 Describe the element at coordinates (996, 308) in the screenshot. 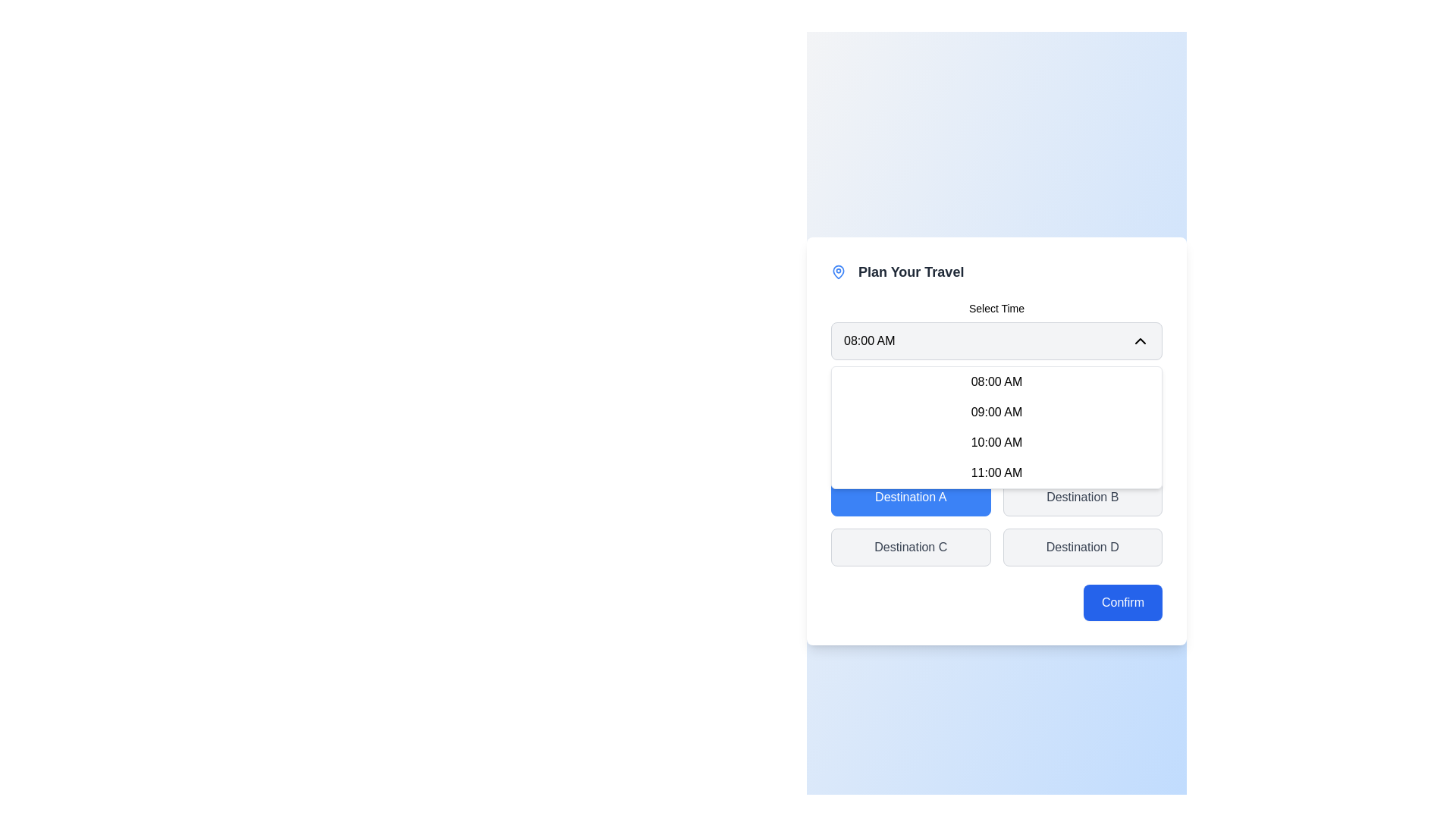

I see `the static text label that describes the purpose of the adjacent dropdown menu, which is centrally aligned above it` at that location.